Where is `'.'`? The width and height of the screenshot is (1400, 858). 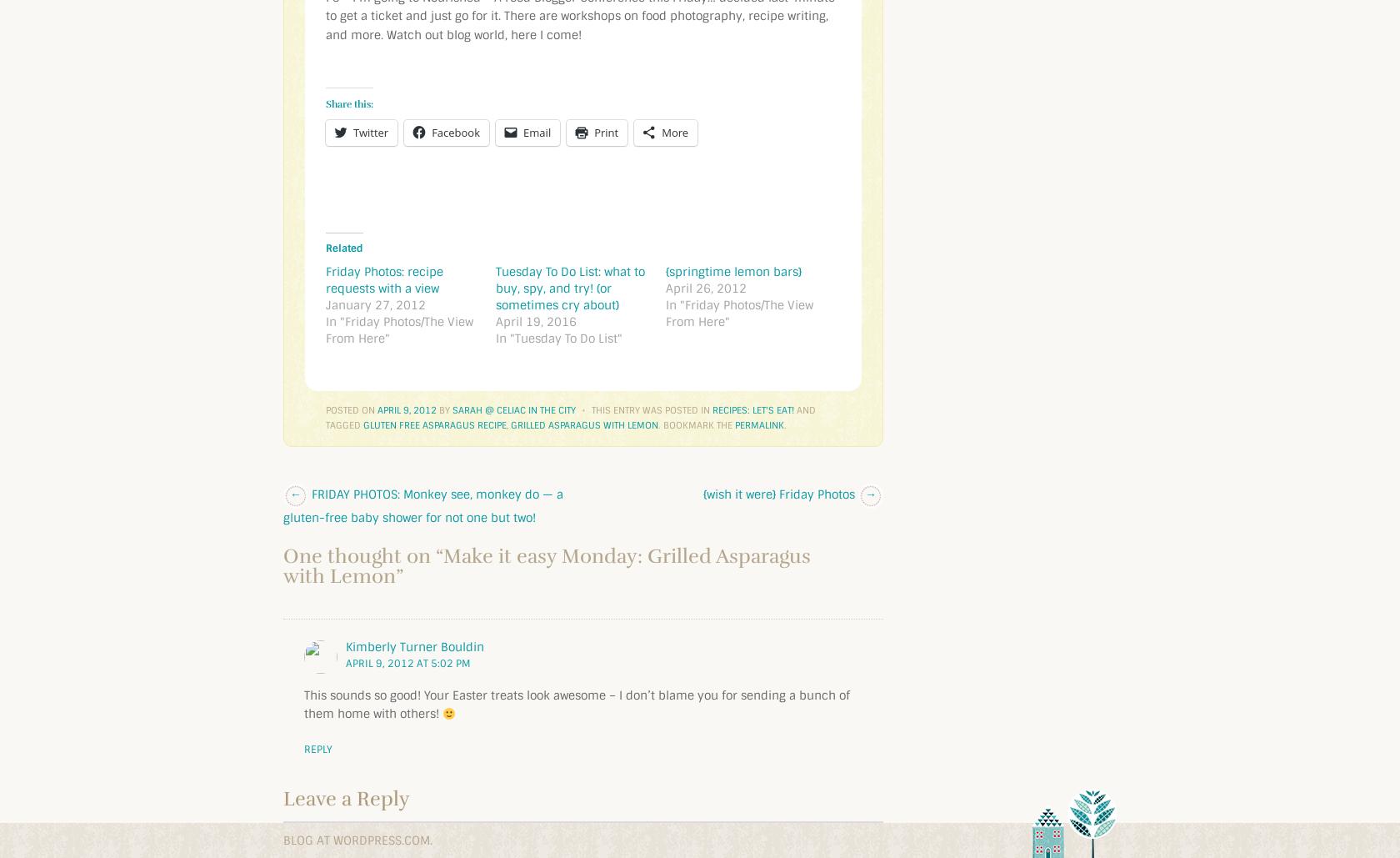
'.' is located at coordinates (785, 424).